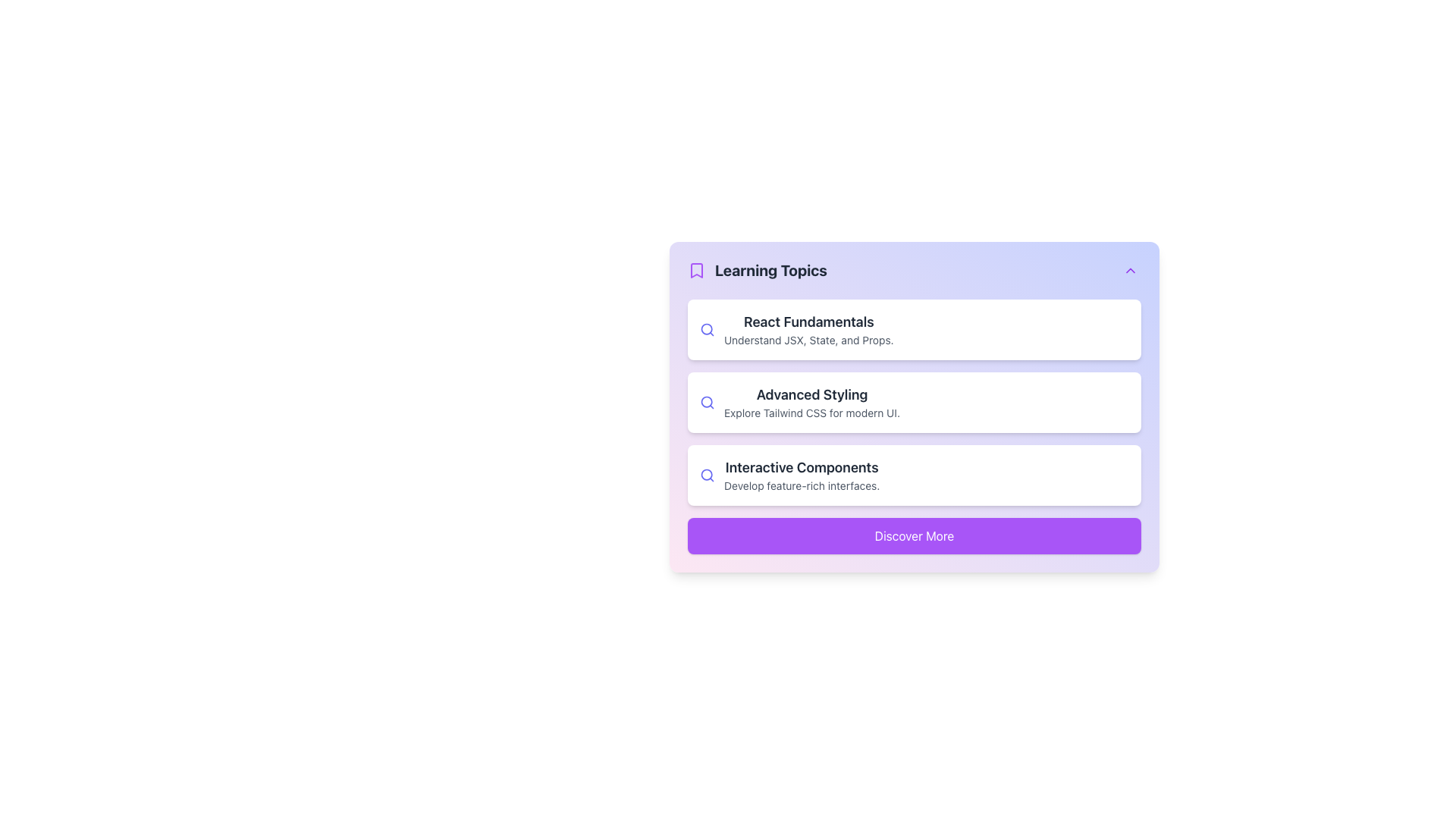 The image size is (1456, 819). What do you see at coordinates (706, 402) in the screenshot?
I see `the search icon located to the left of the 'Advanced Styling' text within the 'Learning Topics' card-like section` at bounding box center [706, 402].